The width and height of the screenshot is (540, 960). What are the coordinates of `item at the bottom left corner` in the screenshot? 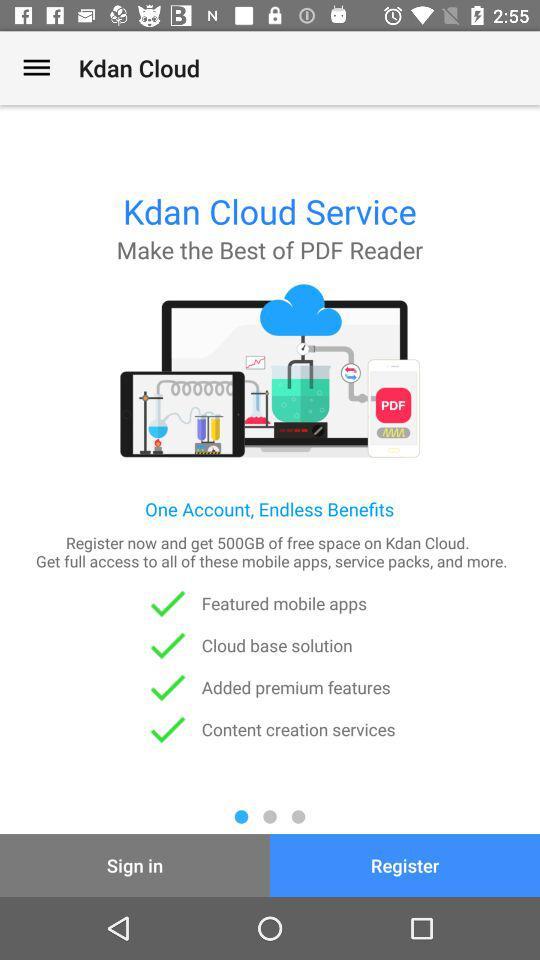 It's located at (135, 864).